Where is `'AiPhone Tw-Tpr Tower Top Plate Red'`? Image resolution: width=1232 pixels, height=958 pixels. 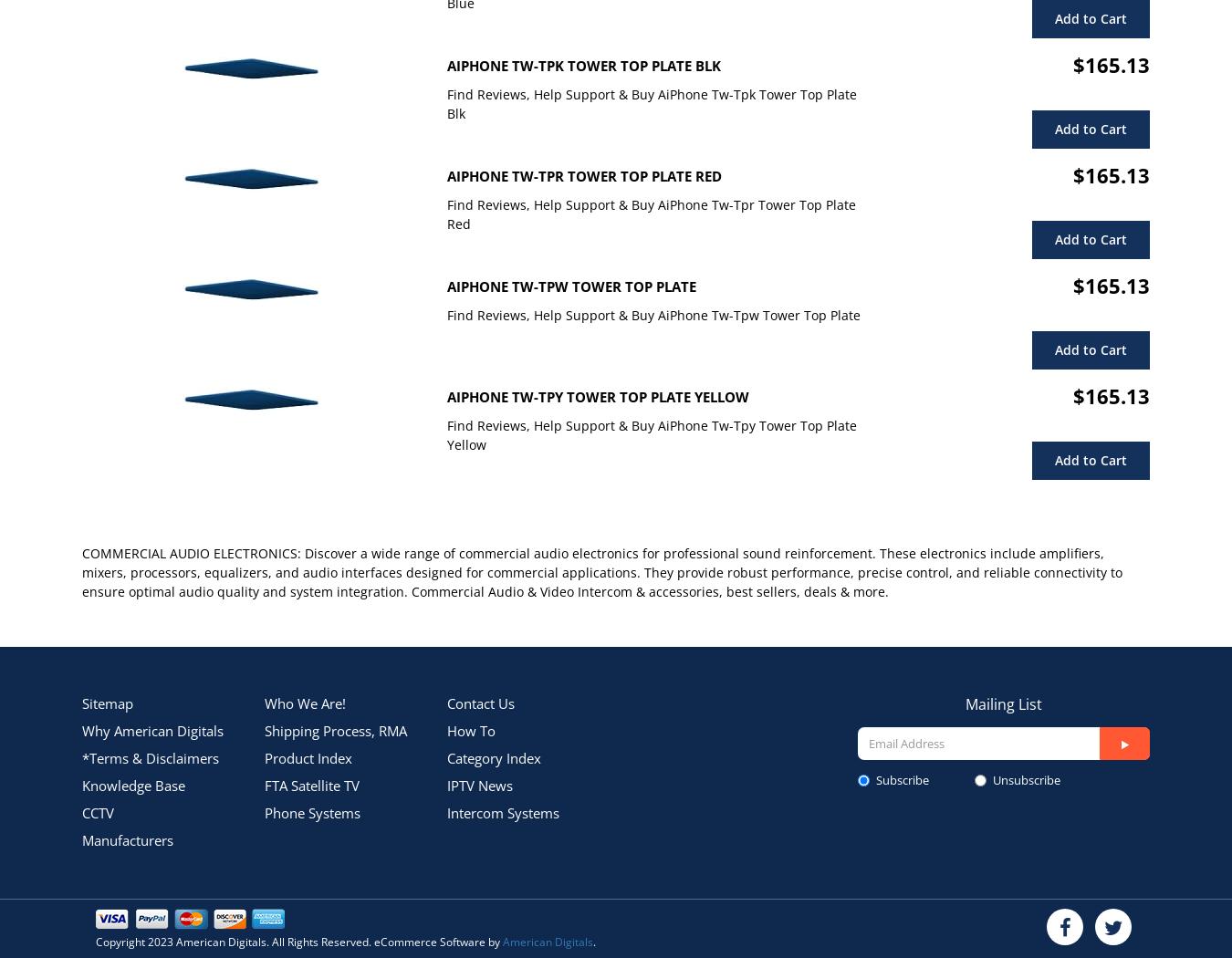 'AiPhone Tw-Tpr Tower Top Plate Red' is located at coordinates (584, 174).